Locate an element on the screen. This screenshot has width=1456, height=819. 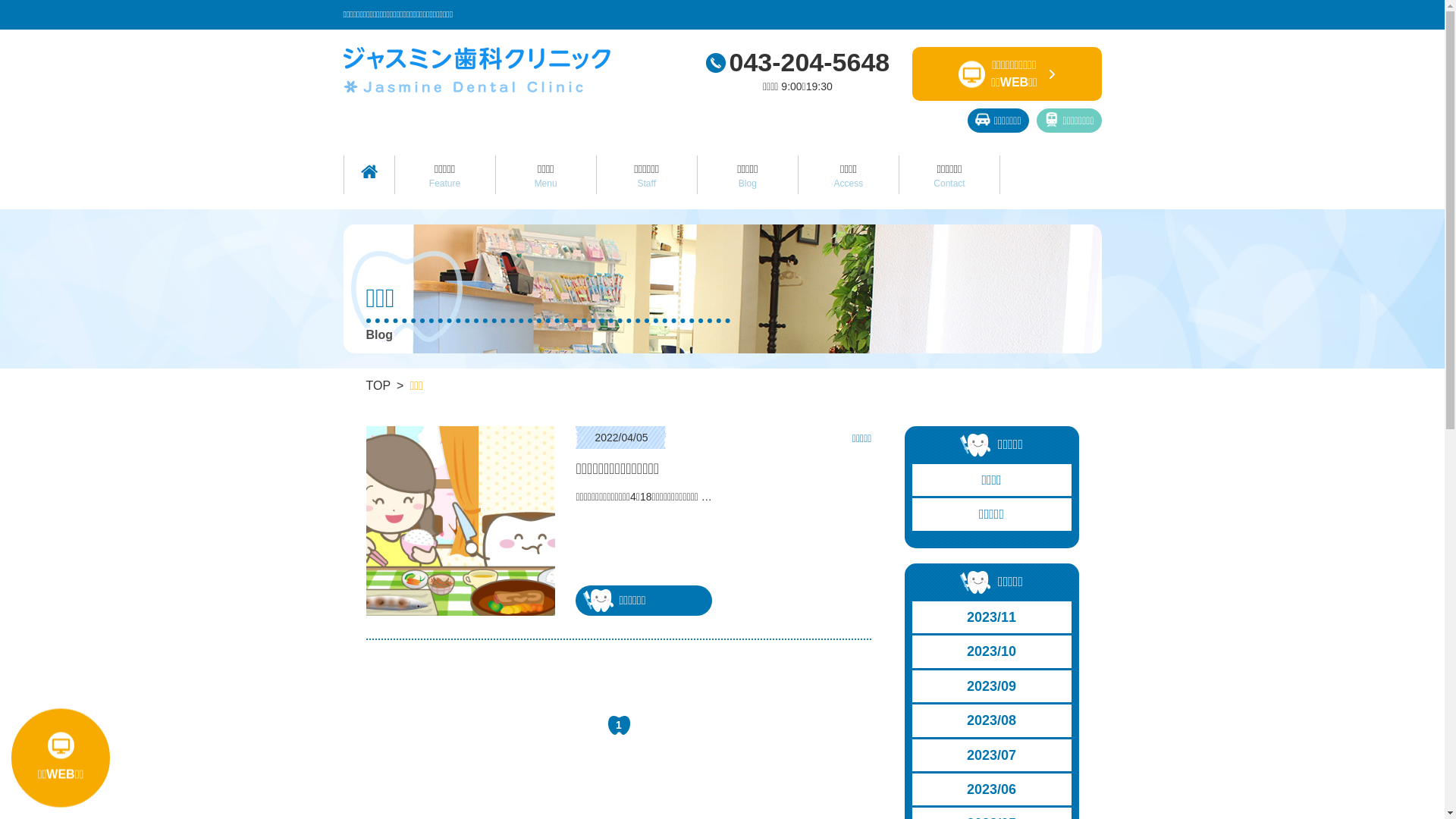
'043-204-5648' is located at coordinates (796, 61).